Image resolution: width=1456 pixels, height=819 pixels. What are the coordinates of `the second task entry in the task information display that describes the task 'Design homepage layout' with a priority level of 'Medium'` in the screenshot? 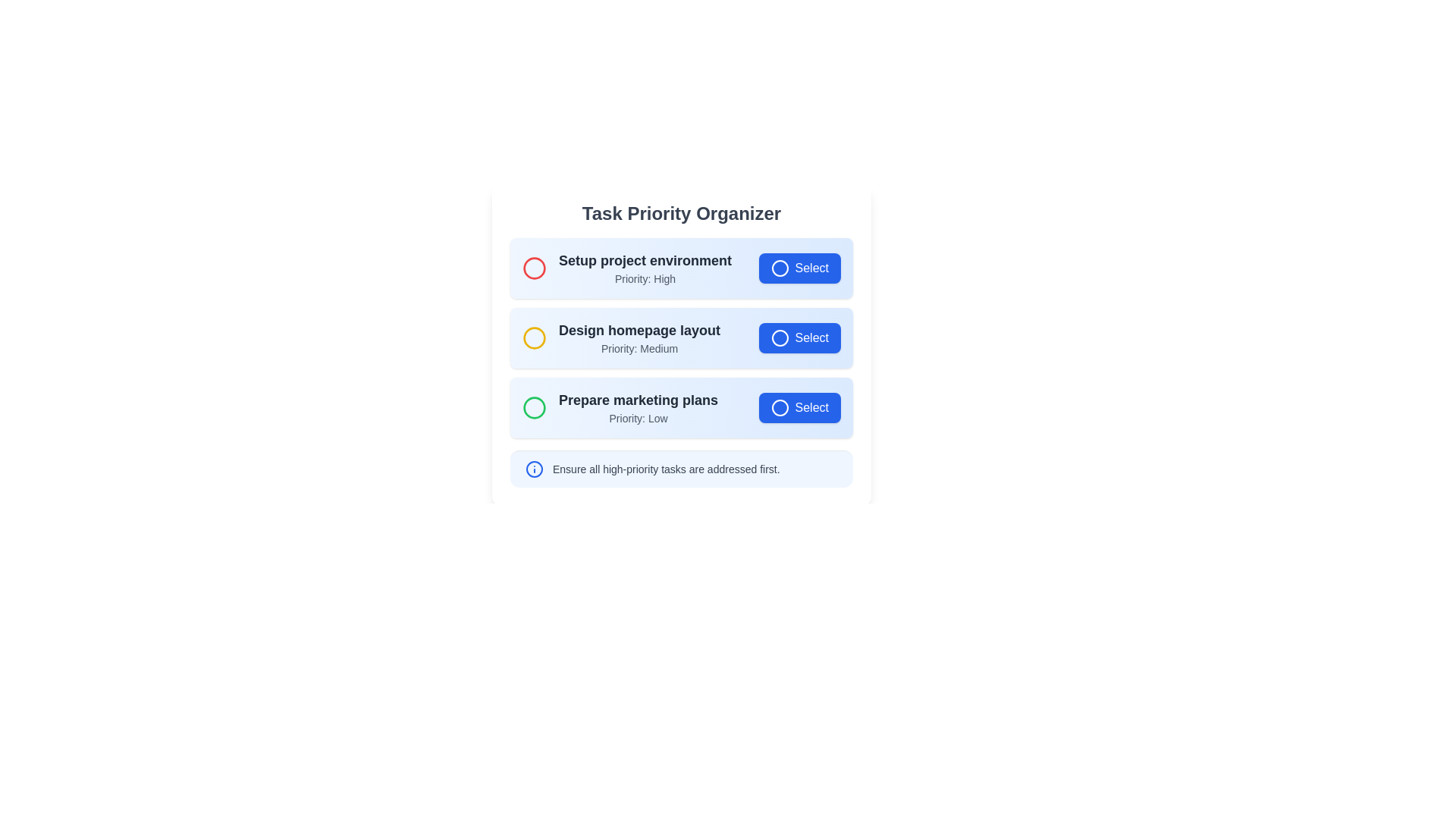 It's located at (621, 337).